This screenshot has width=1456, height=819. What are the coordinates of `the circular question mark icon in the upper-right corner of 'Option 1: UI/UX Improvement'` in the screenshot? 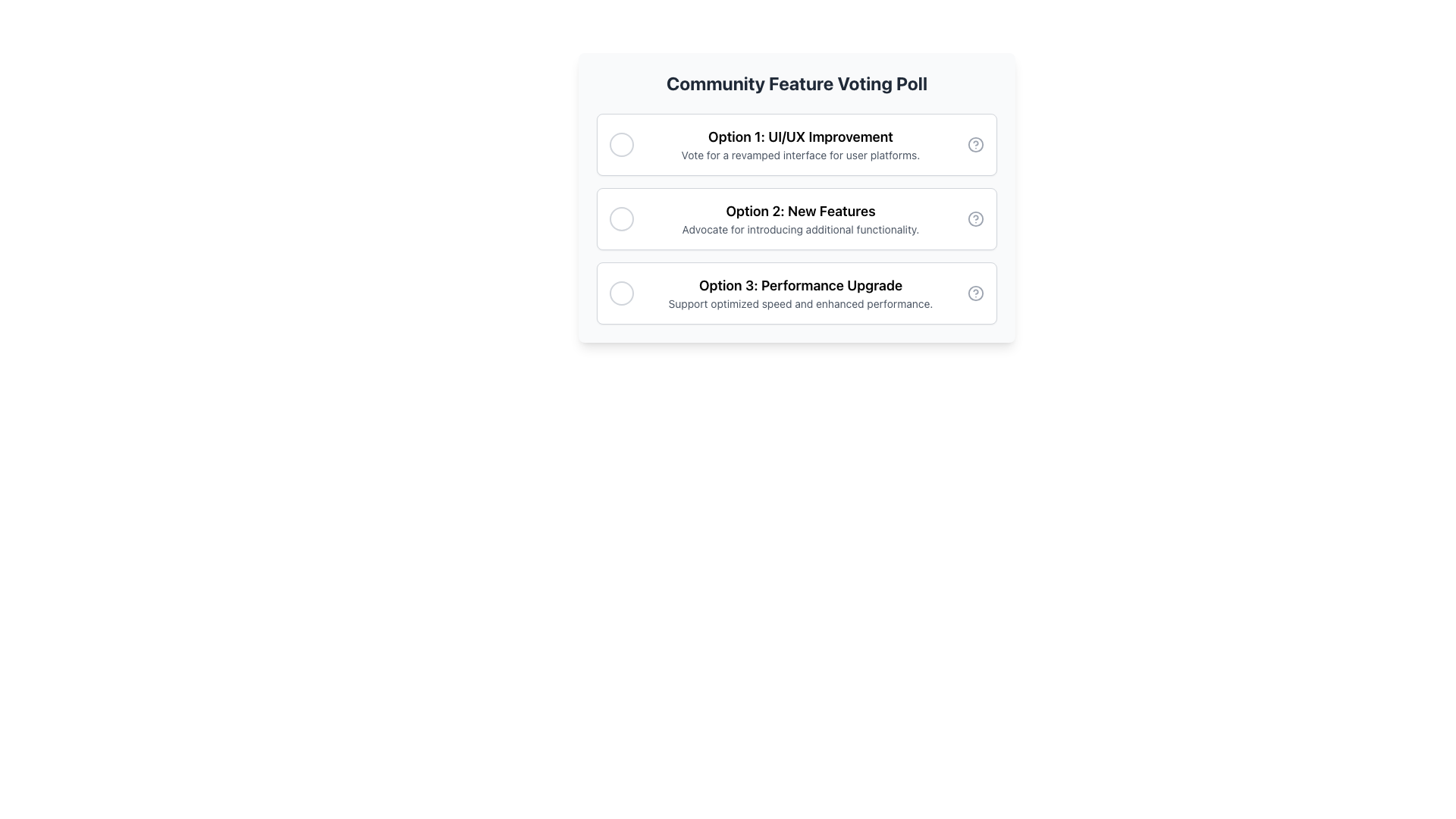 It's located at (975, 145).